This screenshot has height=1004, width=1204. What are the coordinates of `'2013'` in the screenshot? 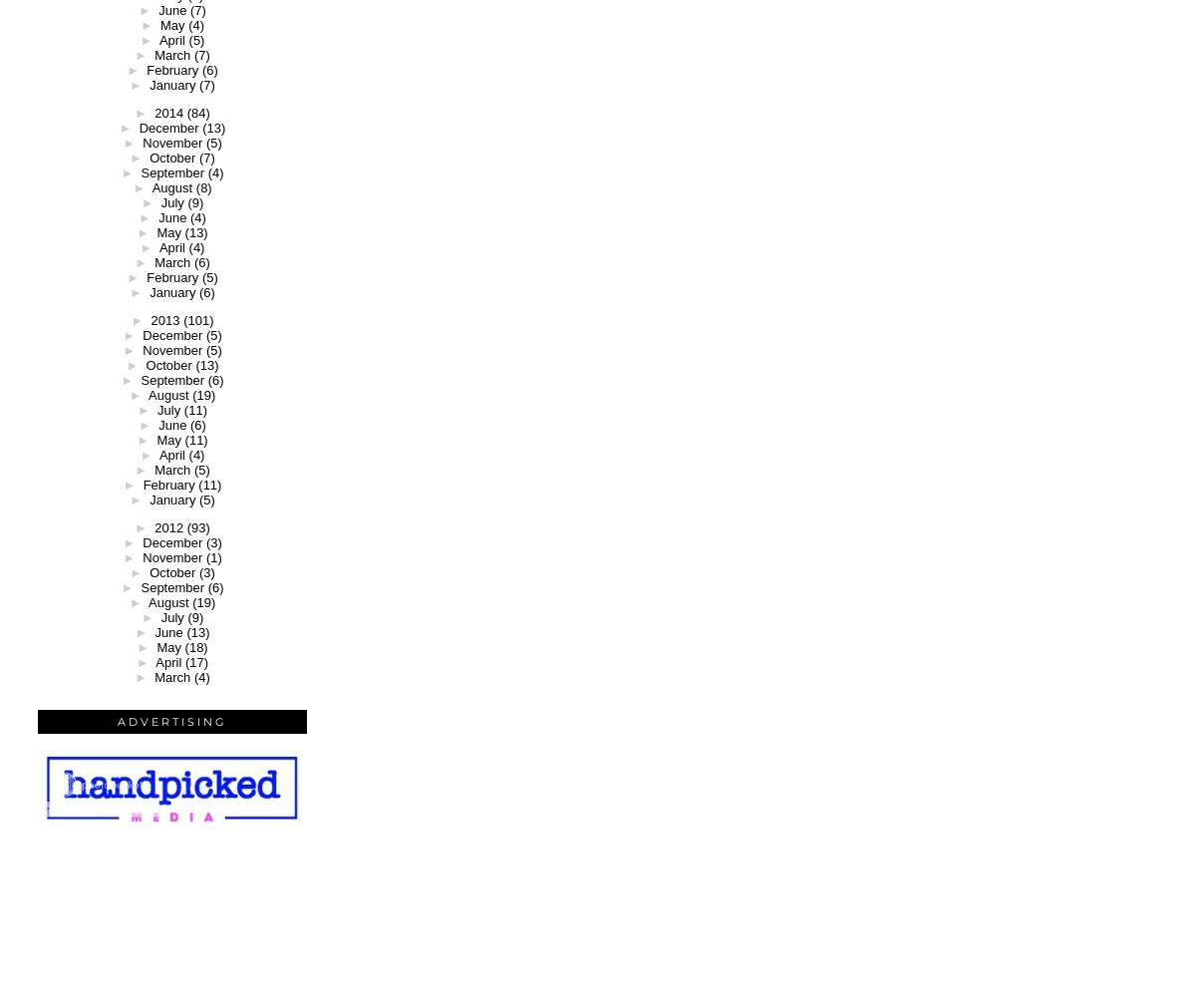 It's located at (164, 320).